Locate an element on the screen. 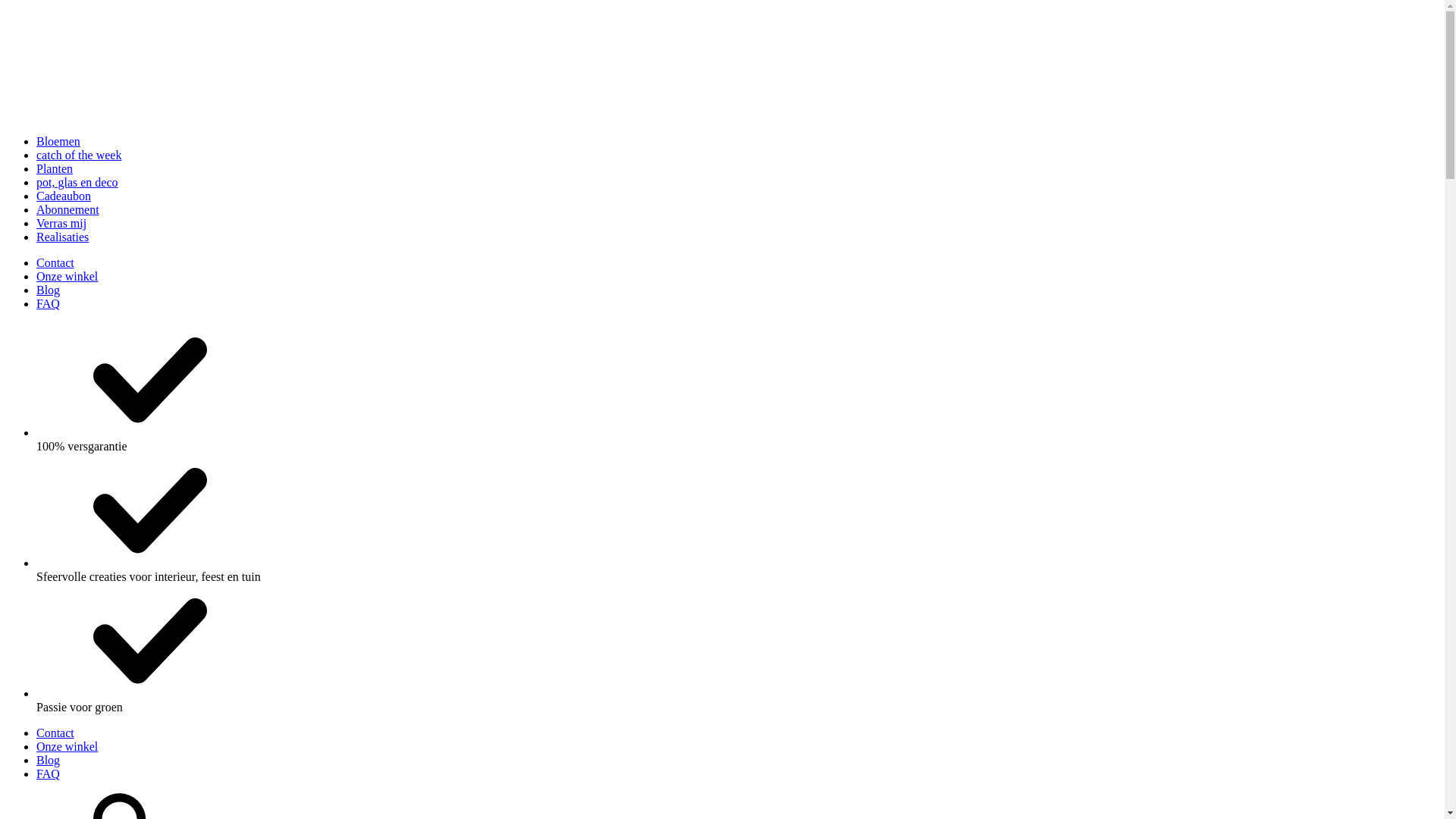  'Onze winkel' is located at coordinates (66, 745).